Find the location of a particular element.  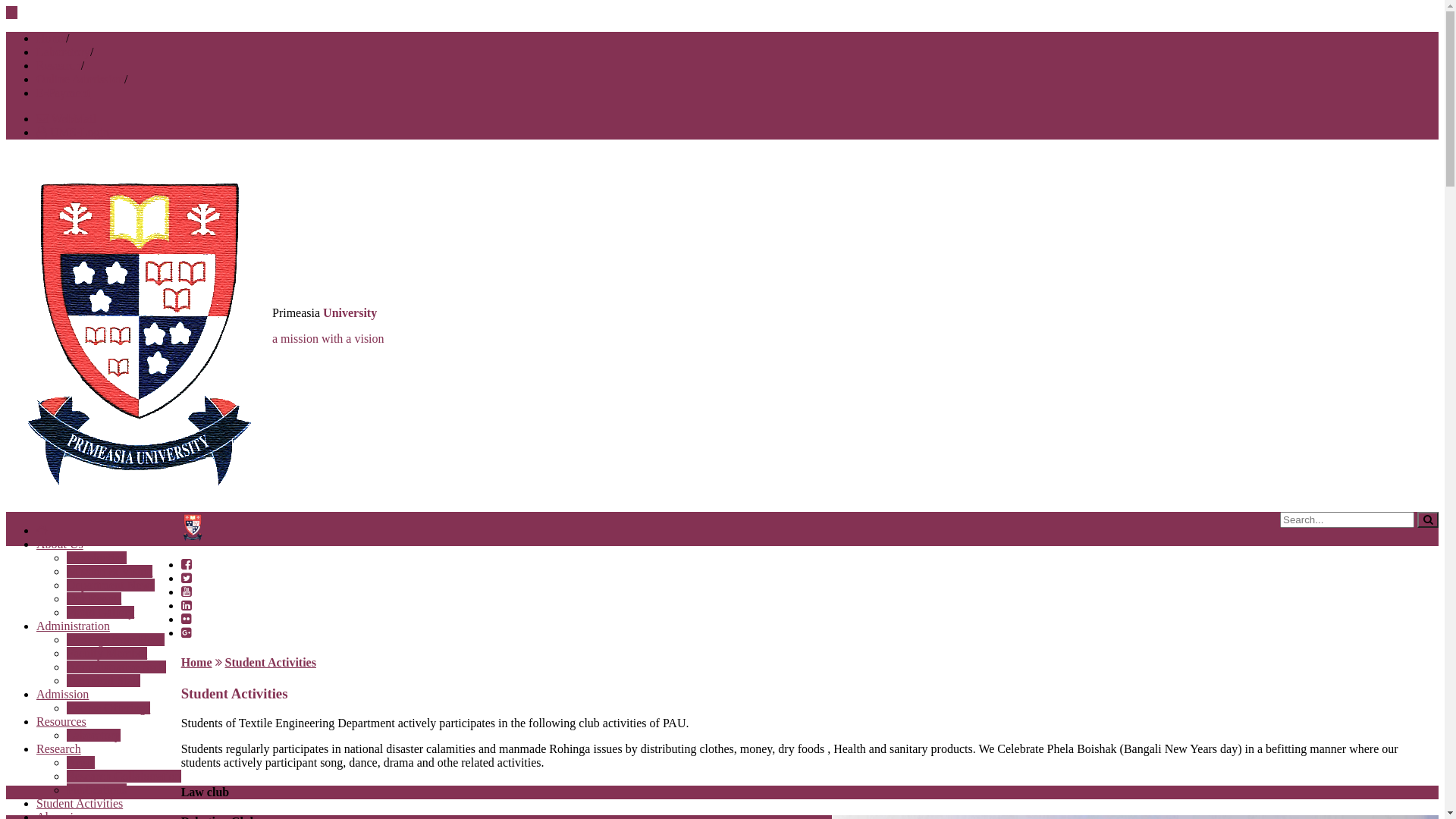

'Home' is located at coordinates (196, 661).